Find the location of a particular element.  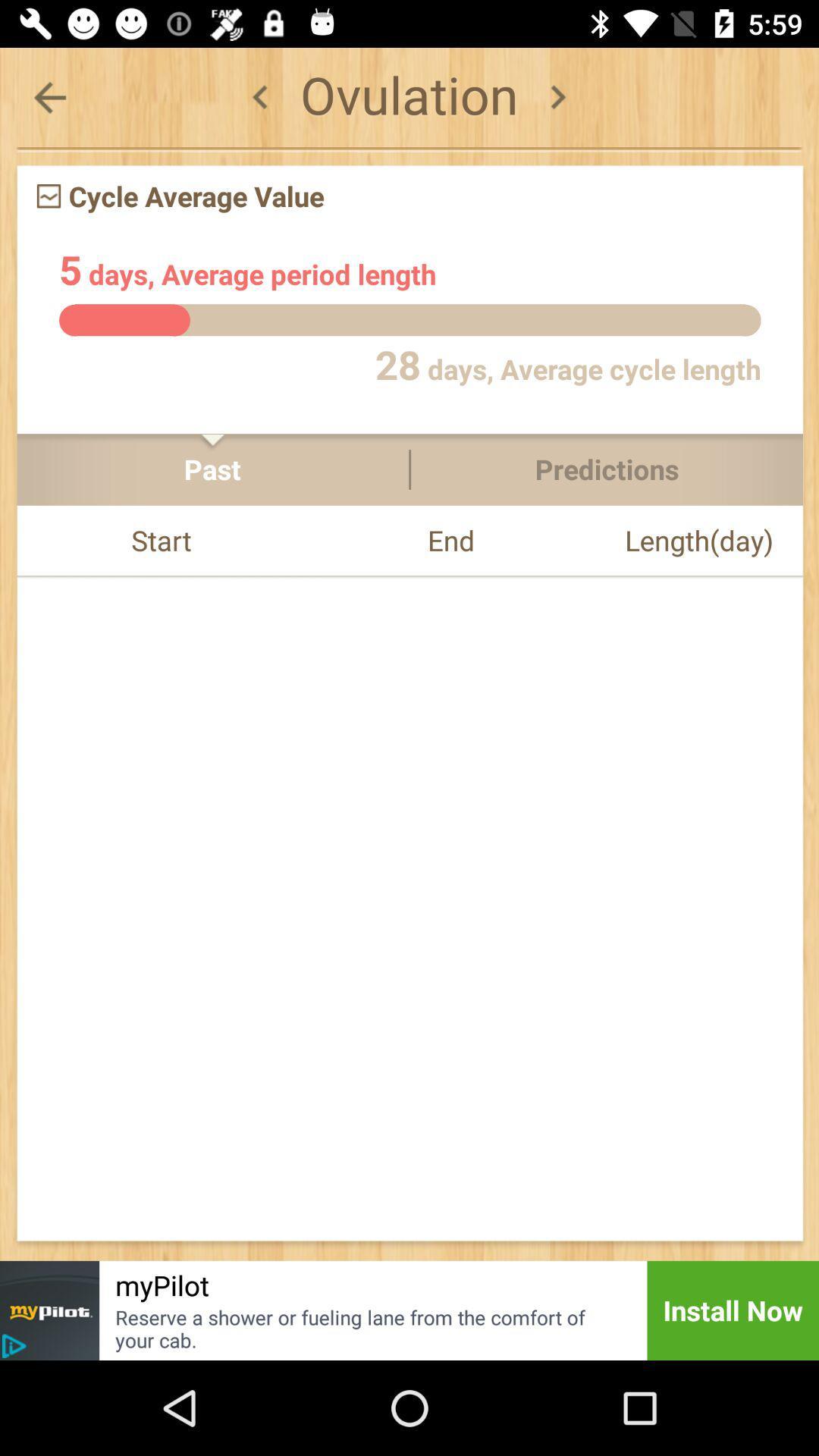

the arrow_backward icon is located at coordinates (259, 96).